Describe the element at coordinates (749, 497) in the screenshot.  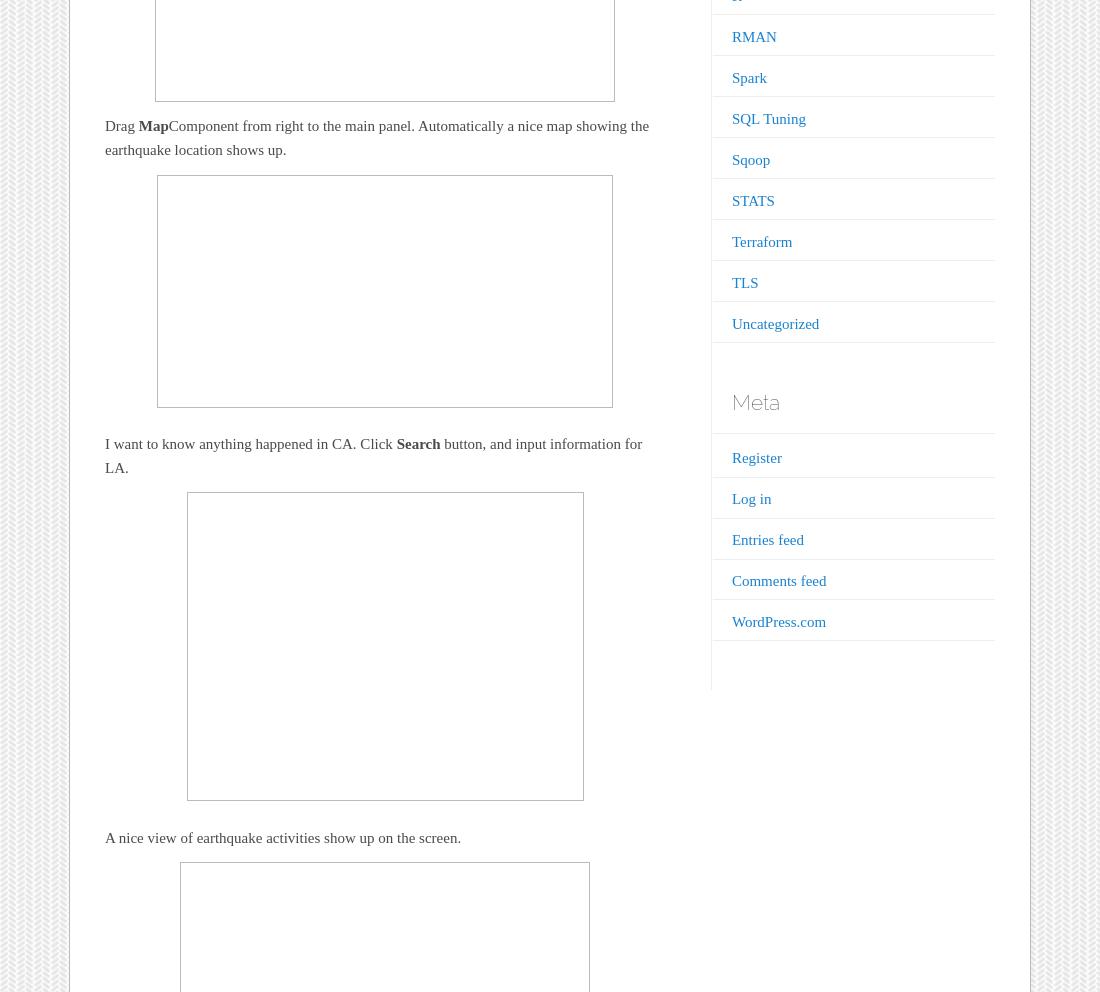
I see `'Log in'` at that location.